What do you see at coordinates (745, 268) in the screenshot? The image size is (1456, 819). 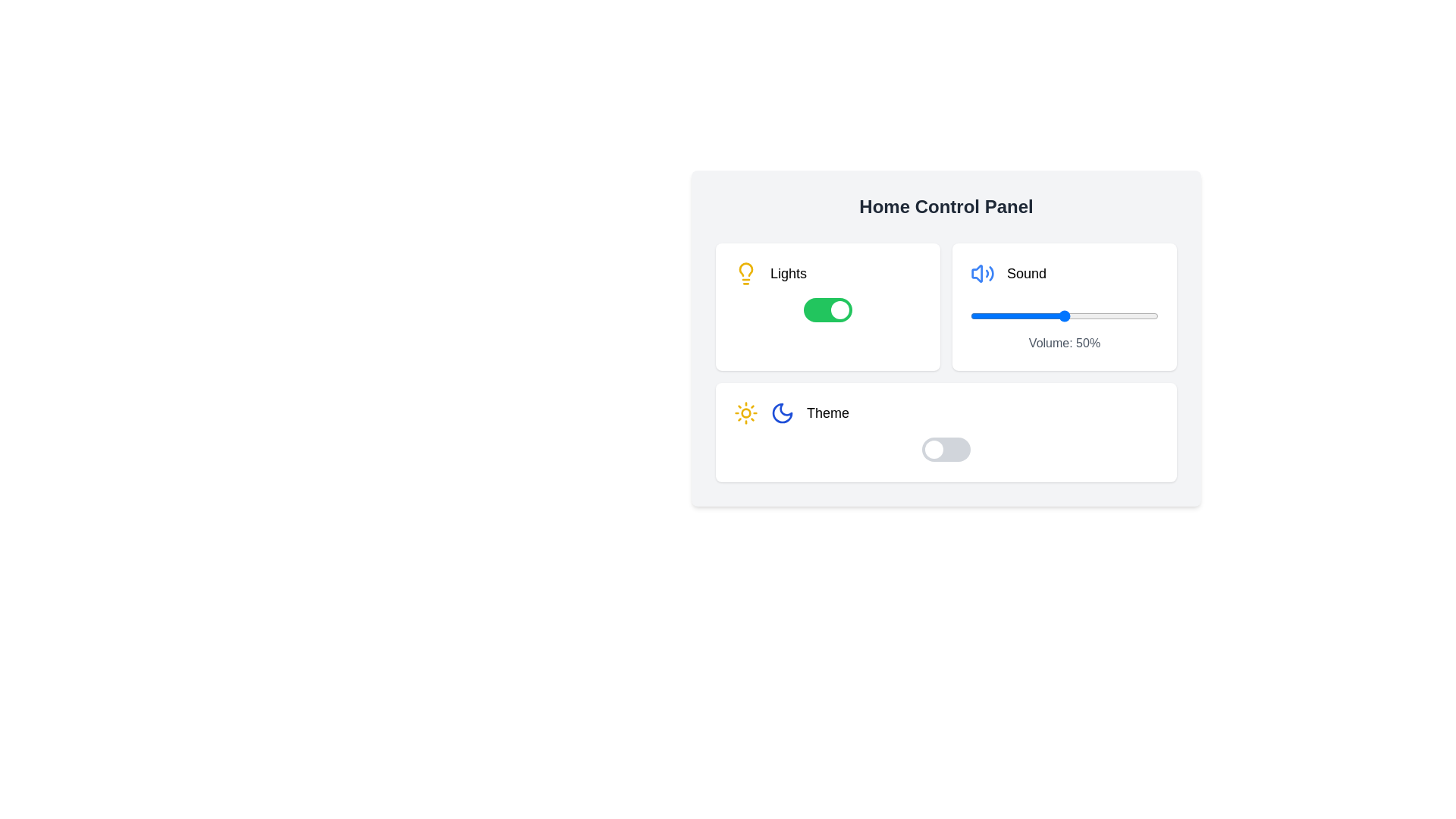 I see `the lighting feature icon in the control panel, which is located in the upper-left cell next to the 'Lights' label and above the toggle switch` at bounding box center [745, 268].